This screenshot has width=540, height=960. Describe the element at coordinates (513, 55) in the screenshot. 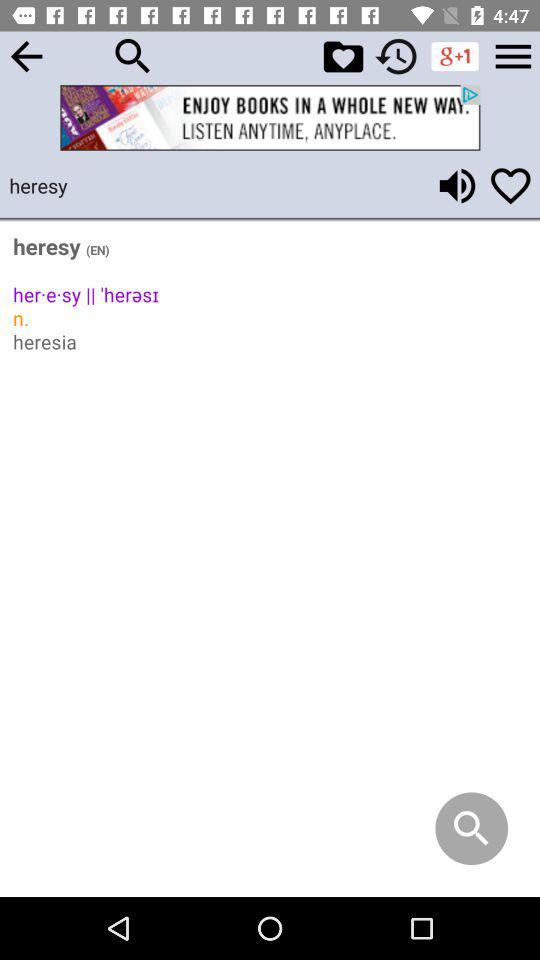

I see `settings` at that location.